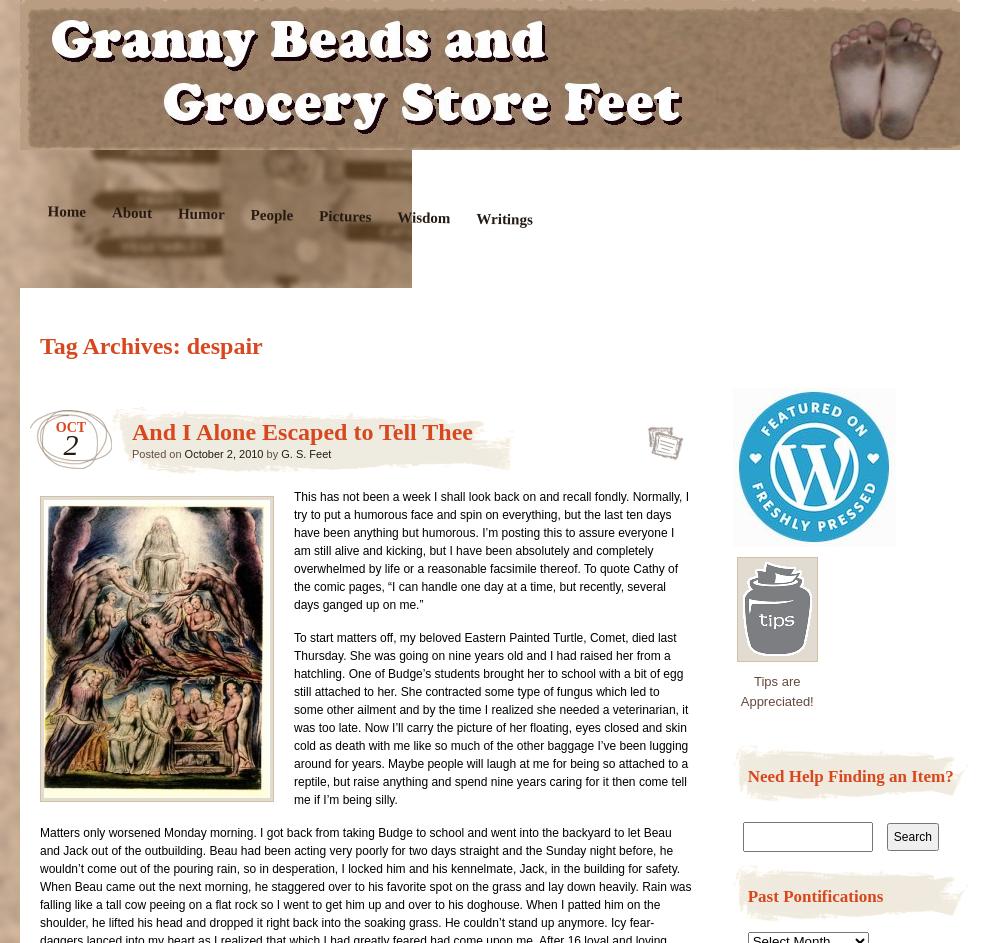 The width and height of the screenshot is (1000, 943). Describe the element at coordinates (746, 776) in the screenshot. I see `'Need Help Finding an Item?'` at that location.